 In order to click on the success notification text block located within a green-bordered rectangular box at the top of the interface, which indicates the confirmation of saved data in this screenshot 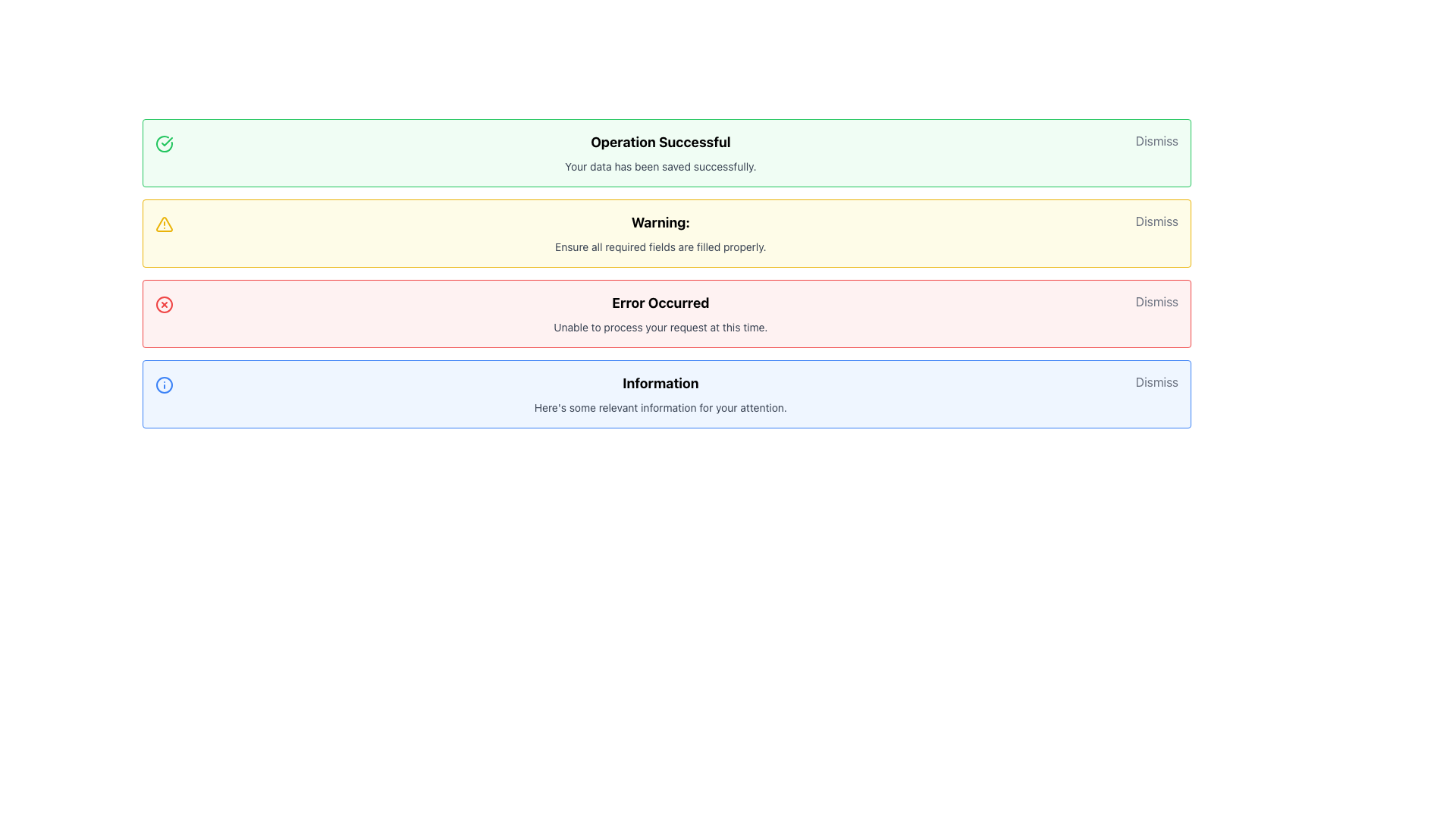, I will do `click(661, 152)`.